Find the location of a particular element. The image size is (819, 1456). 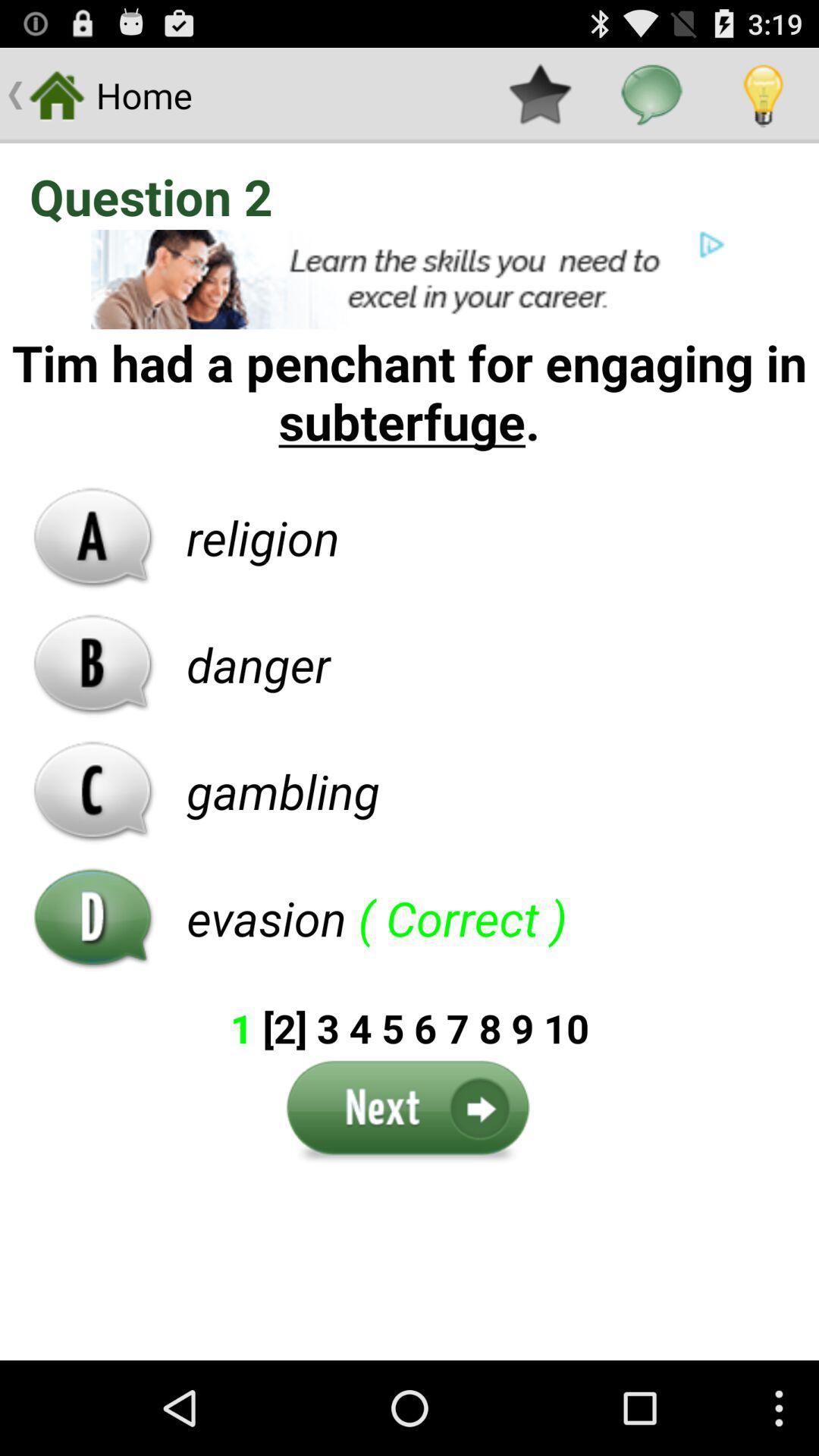

the icon below question 2 item is located at coordinates (409, 279).